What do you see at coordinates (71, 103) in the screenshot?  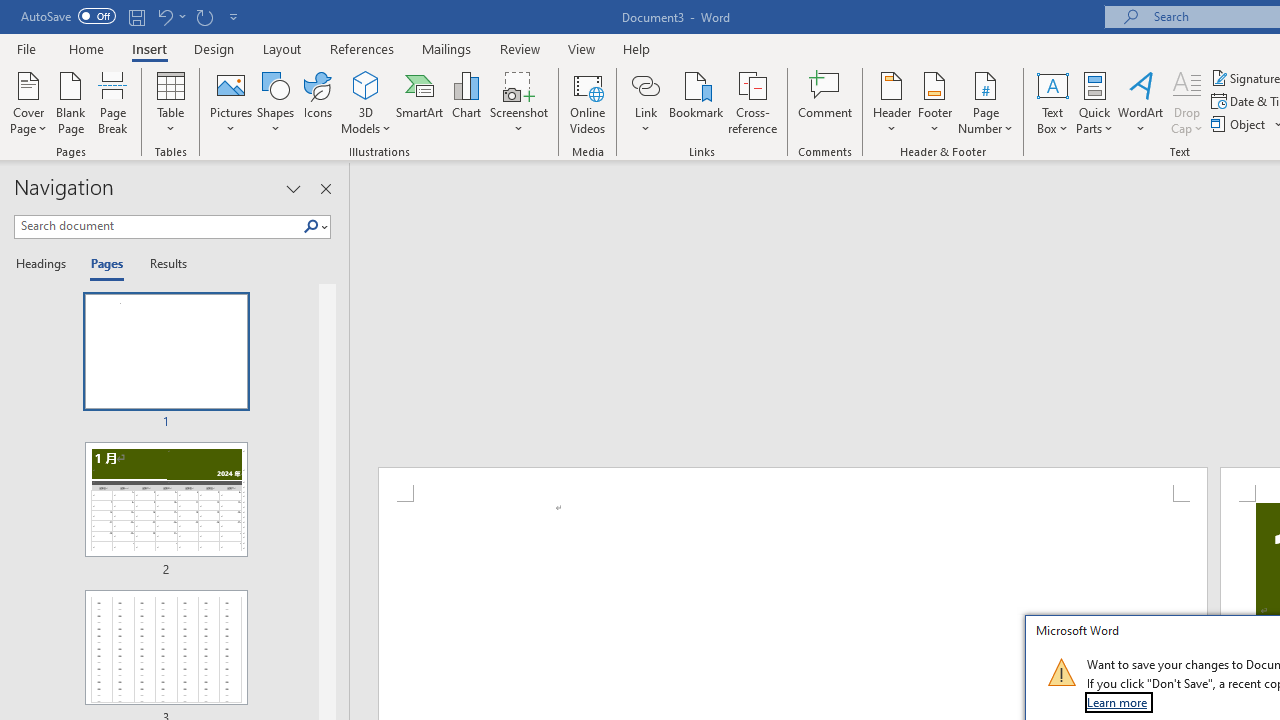 I see `'Blank Page'` at bounding box center [71, 103].